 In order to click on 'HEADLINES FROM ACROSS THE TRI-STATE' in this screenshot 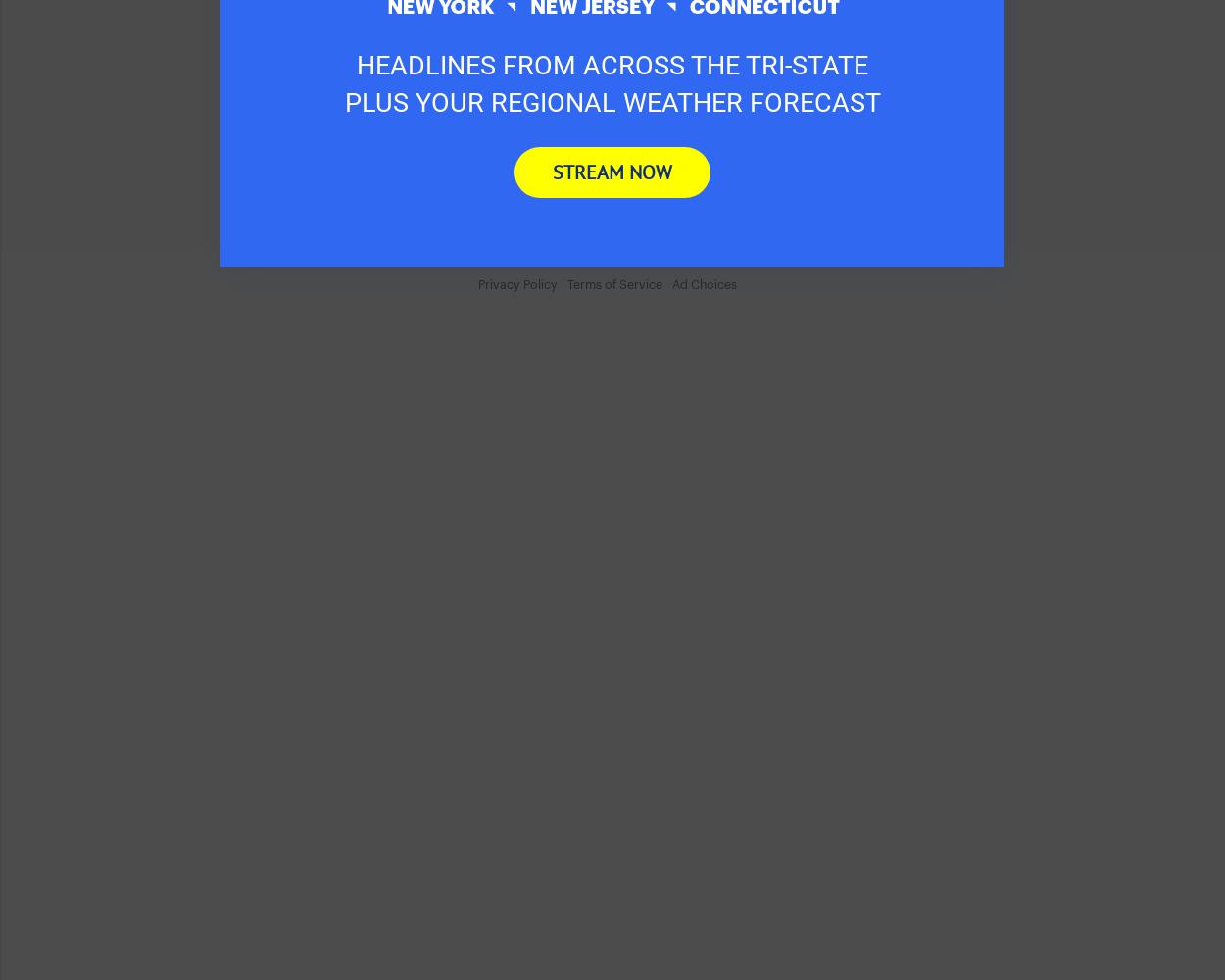, I will do `click(356, 65)`.